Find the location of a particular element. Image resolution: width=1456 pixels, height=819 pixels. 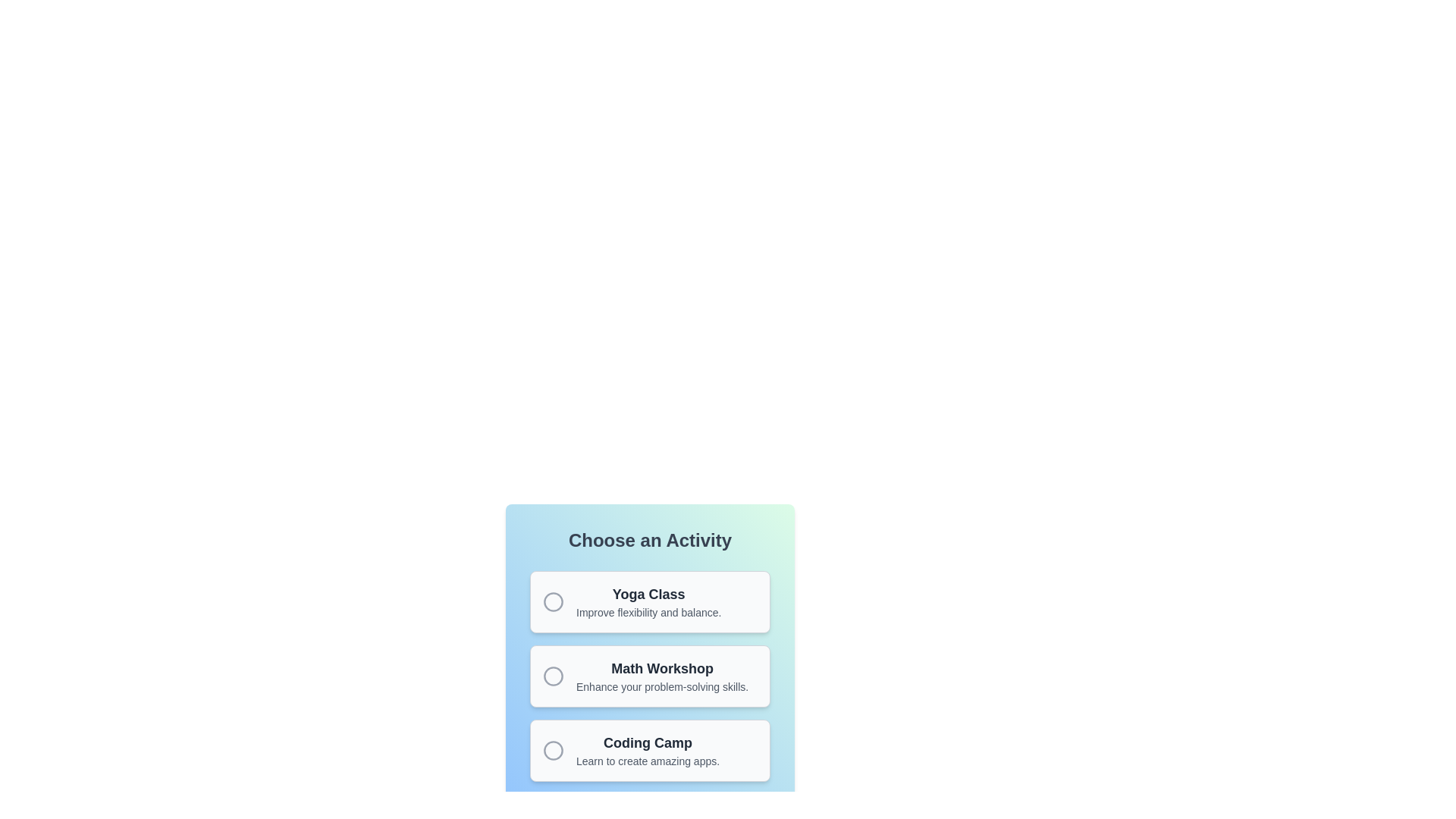

to select the 'Coding Camp' activity card, which is the third card in the list under 'Choose an Activity', featuring a light gray background and a bold title is located at coordinates (650, 751).